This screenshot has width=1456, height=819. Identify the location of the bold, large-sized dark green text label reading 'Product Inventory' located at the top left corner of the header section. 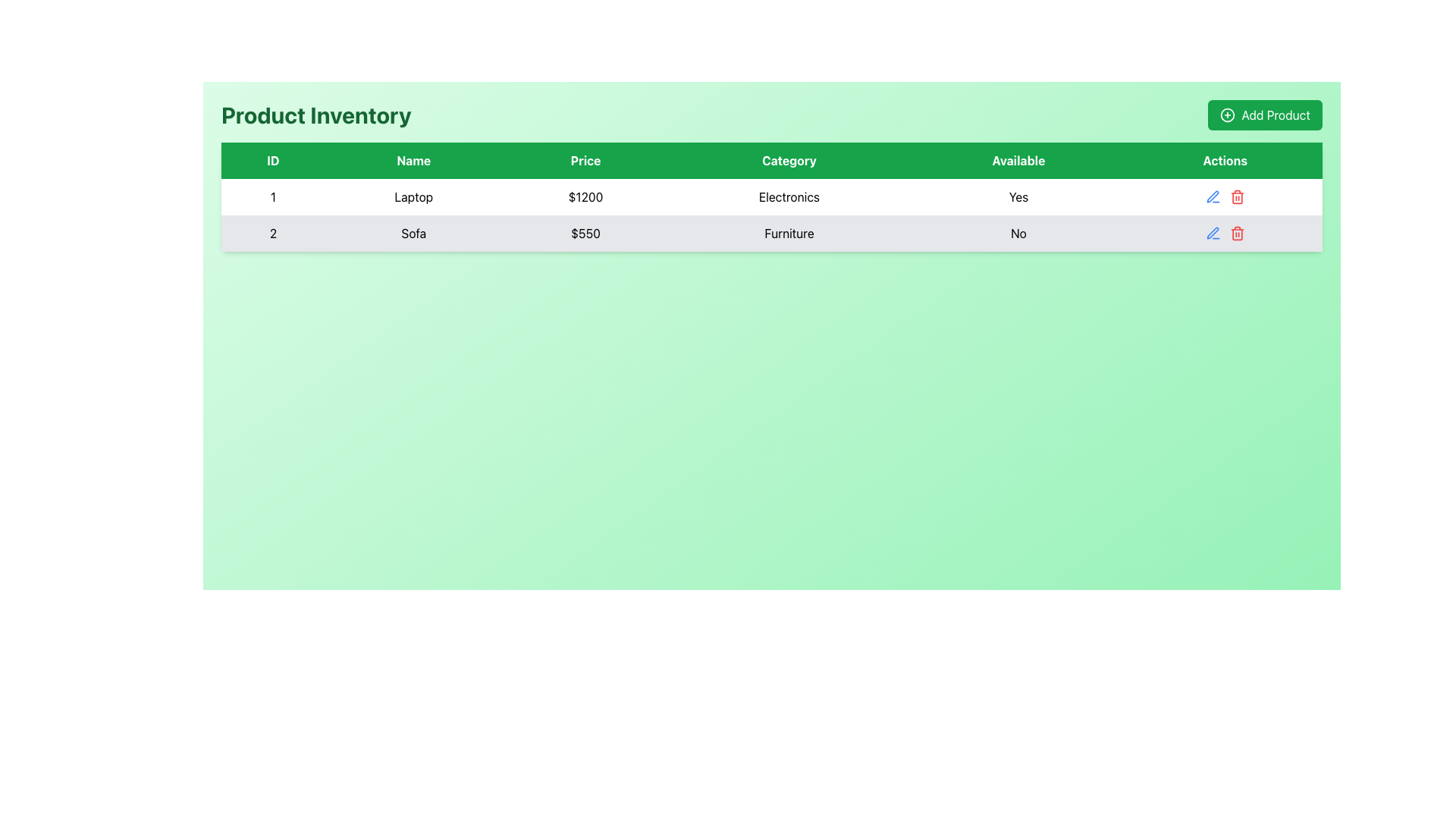
(315, 114).